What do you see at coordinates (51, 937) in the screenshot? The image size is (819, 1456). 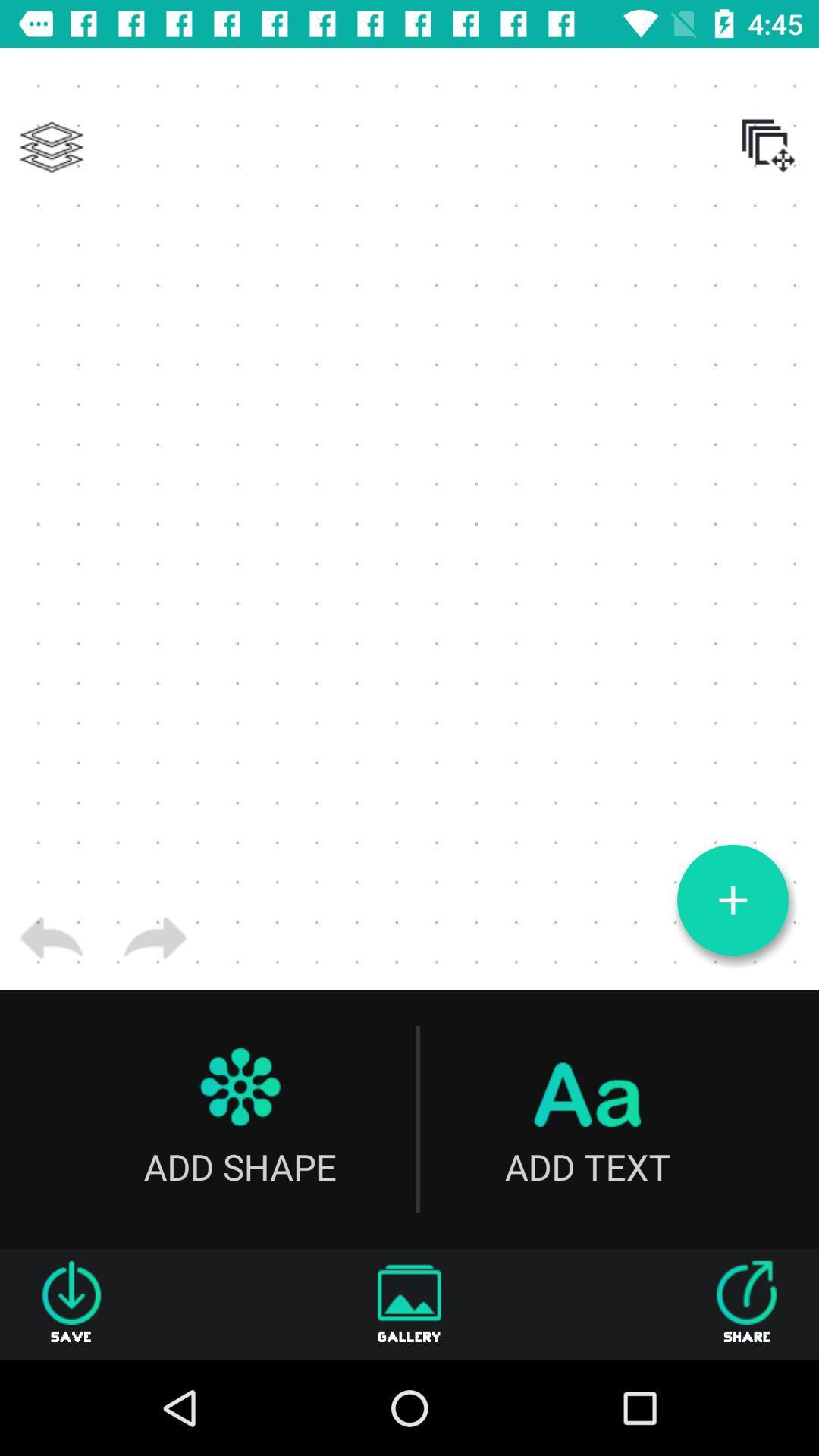 I see `undo` at bounding box center [51, 937].